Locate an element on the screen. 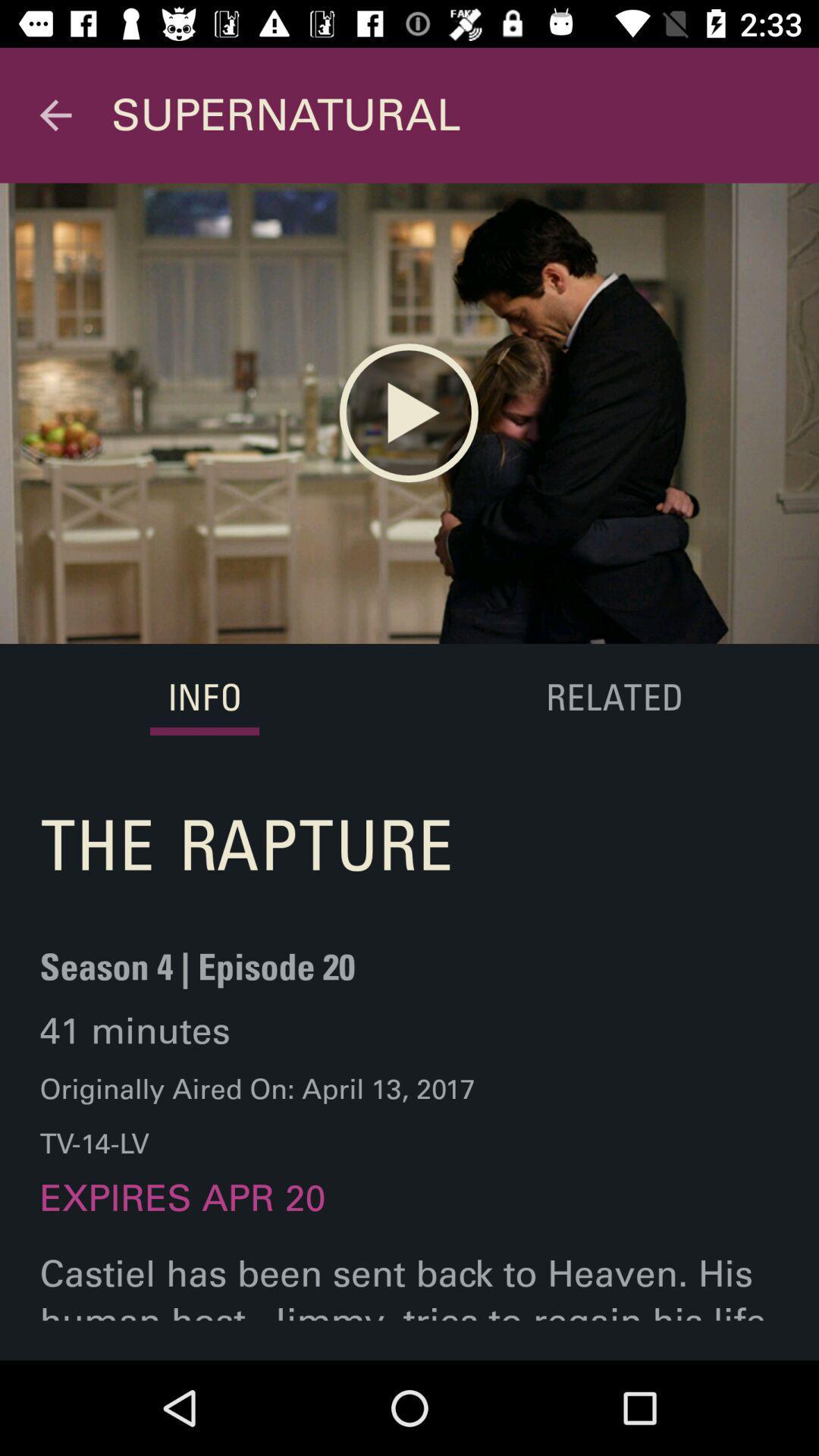  item next to the supernatural item is located at coordinates (55, 115).